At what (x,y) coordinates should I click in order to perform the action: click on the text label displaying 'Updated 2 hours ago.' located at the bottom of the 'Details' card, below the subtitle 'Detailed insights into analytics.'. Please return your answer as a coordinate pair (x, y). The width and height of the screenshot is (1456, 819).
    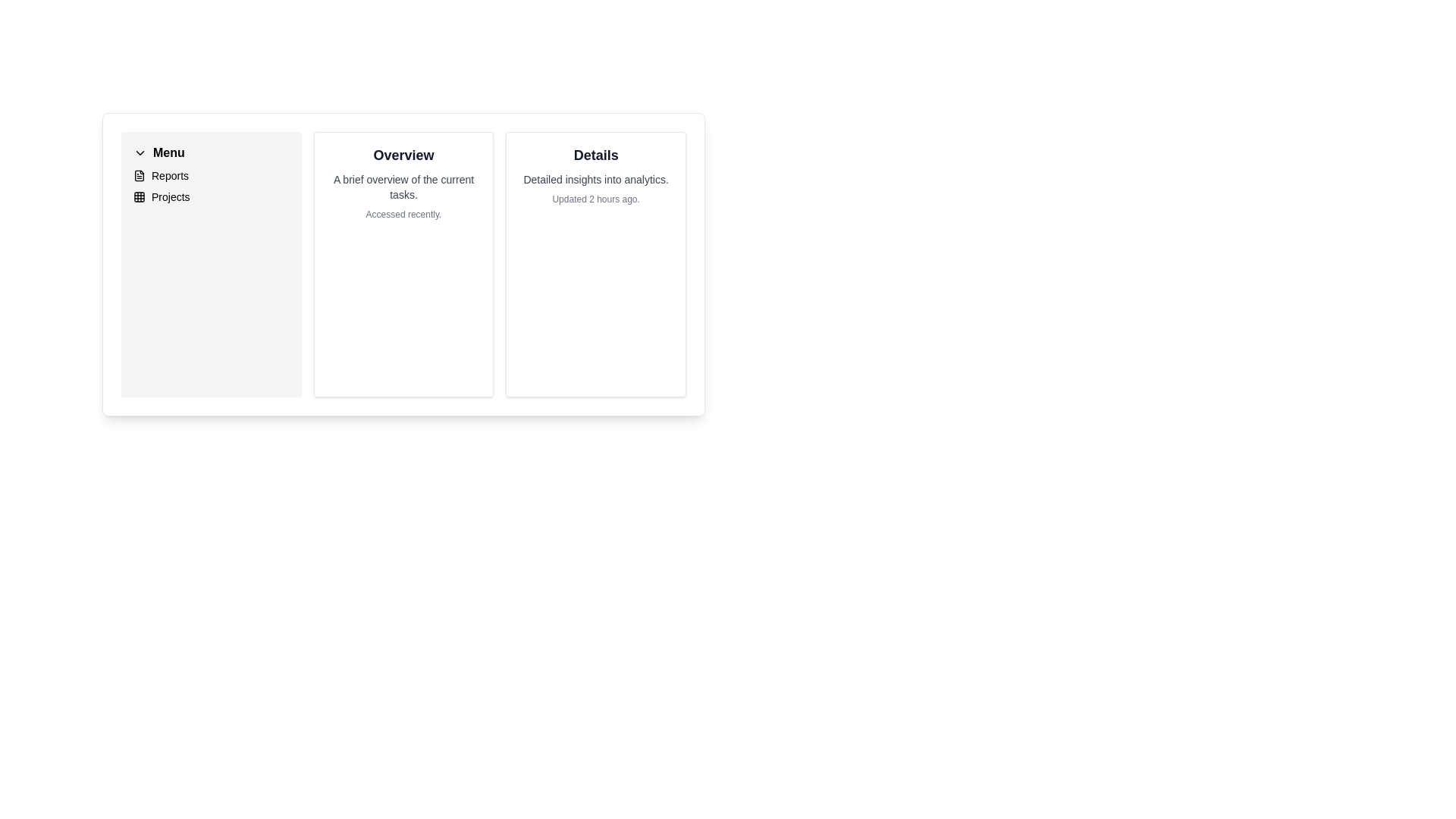
    Looking at the image, I should click on (595, 198).